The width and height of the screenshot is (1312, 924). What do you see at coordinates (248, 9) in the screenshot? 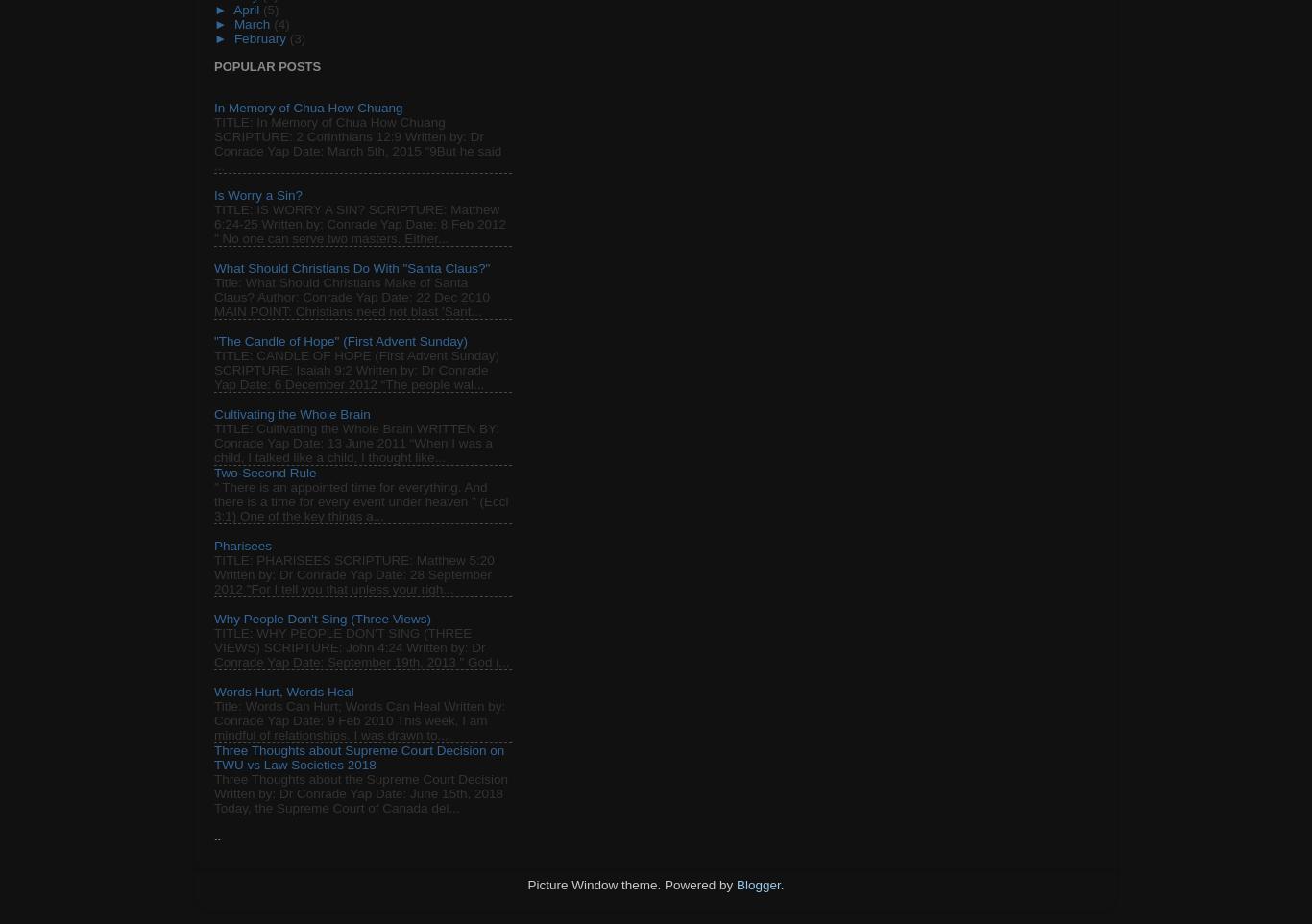
I see `'April'` at bounding box center [248, 9].